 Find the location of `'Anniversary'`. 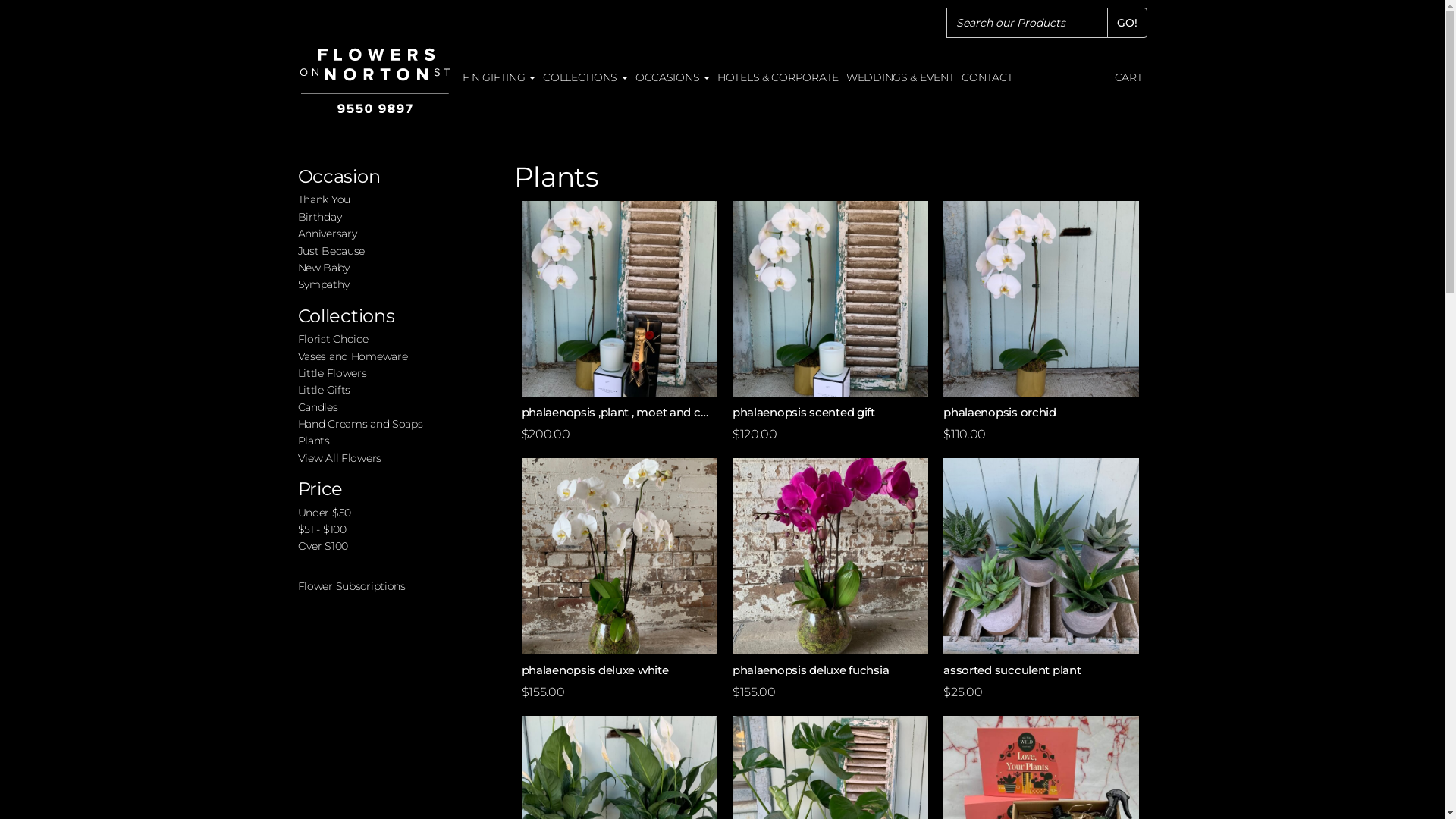

'Anniversary' is located at coordinates (326, 234).